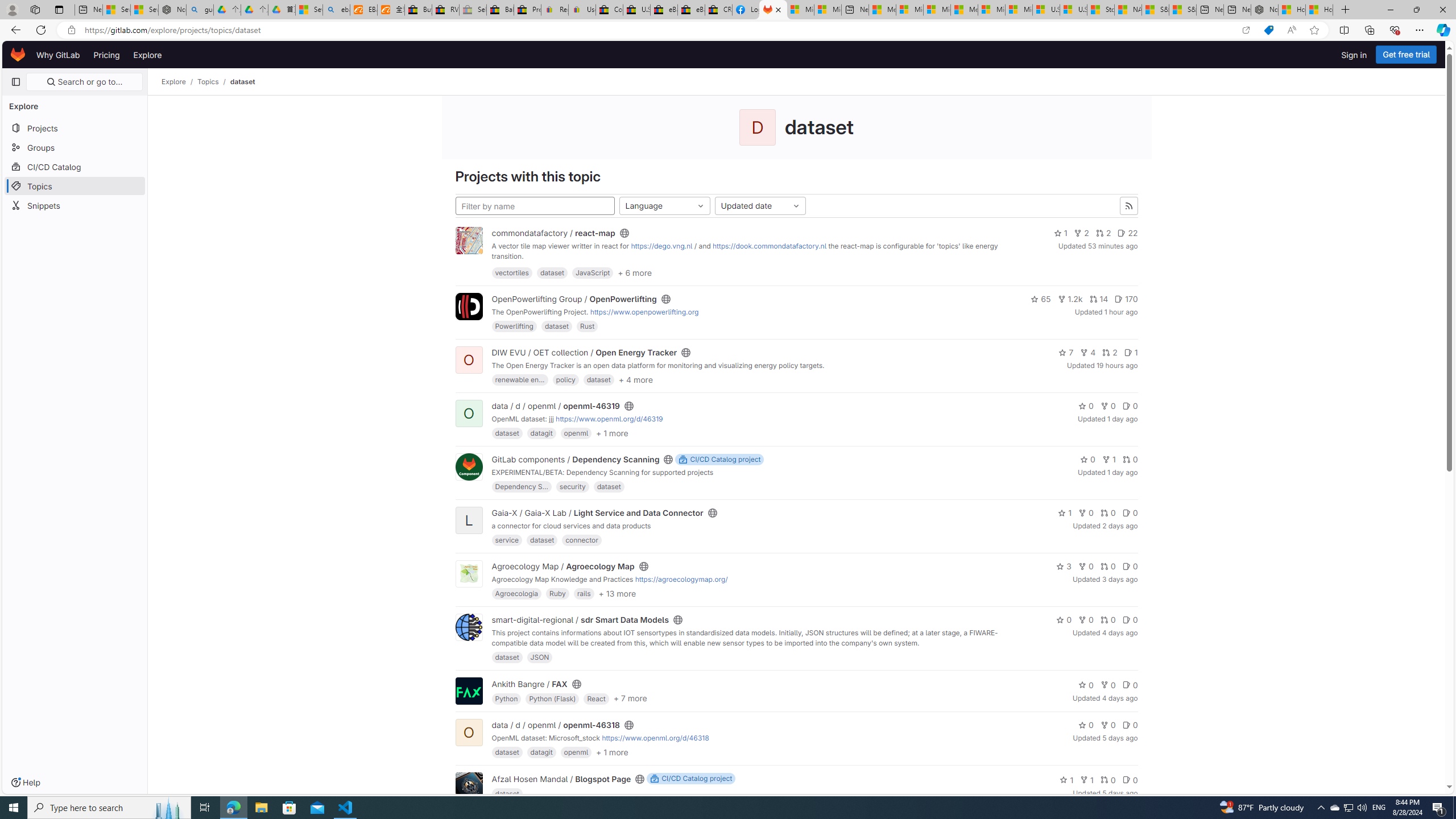 Image resolution: width=1456 pixels, height=819 pixels. Describe the element at coordinates (16, 81) in the screenshot. I see `'Primary navigation sidebar'` at that location.